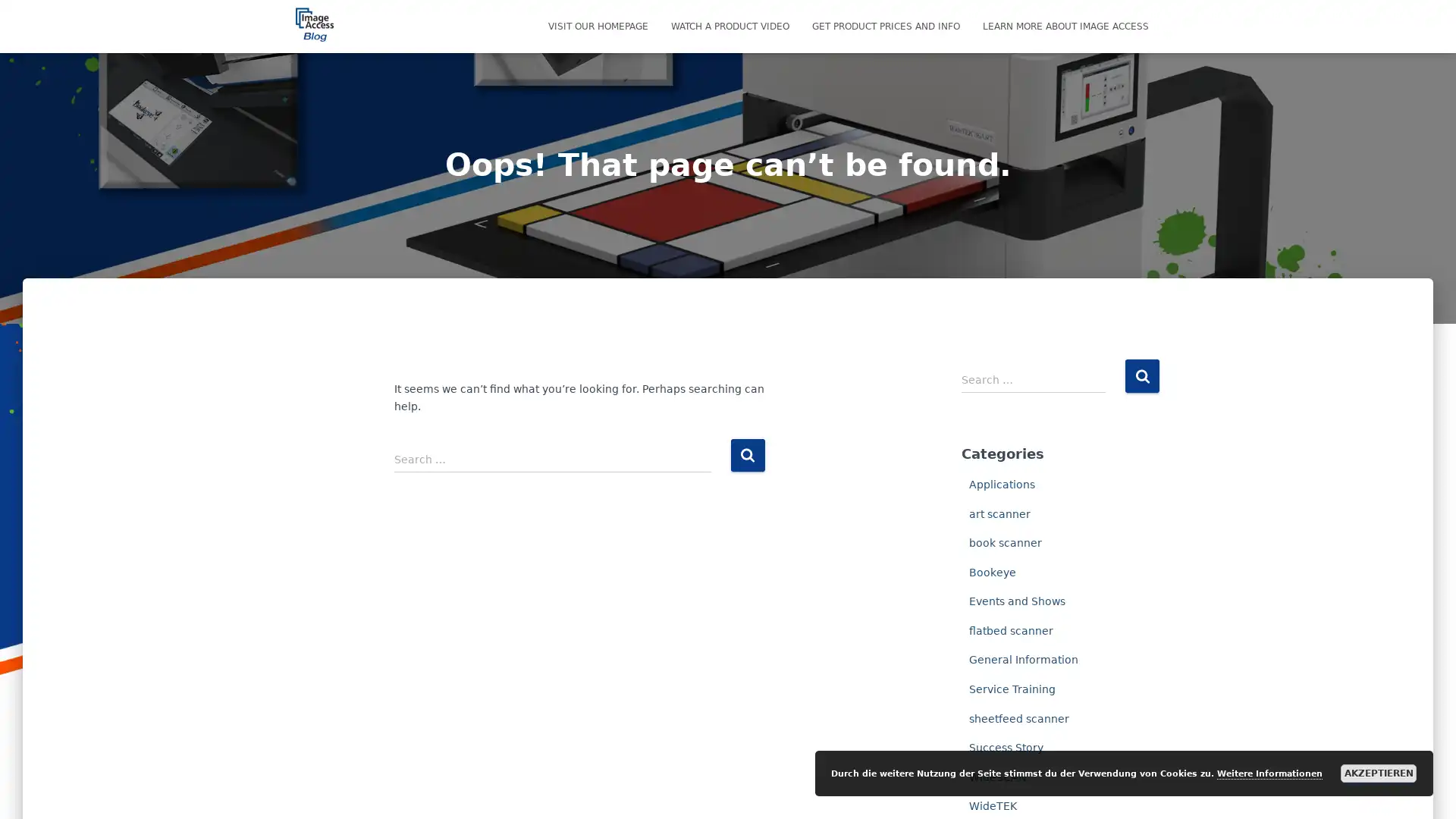 The image size is (1456, 819). What do you see at coordinates (1142, 375) in the screenshot?
I see `Search` at bounding box center [1142, 375].